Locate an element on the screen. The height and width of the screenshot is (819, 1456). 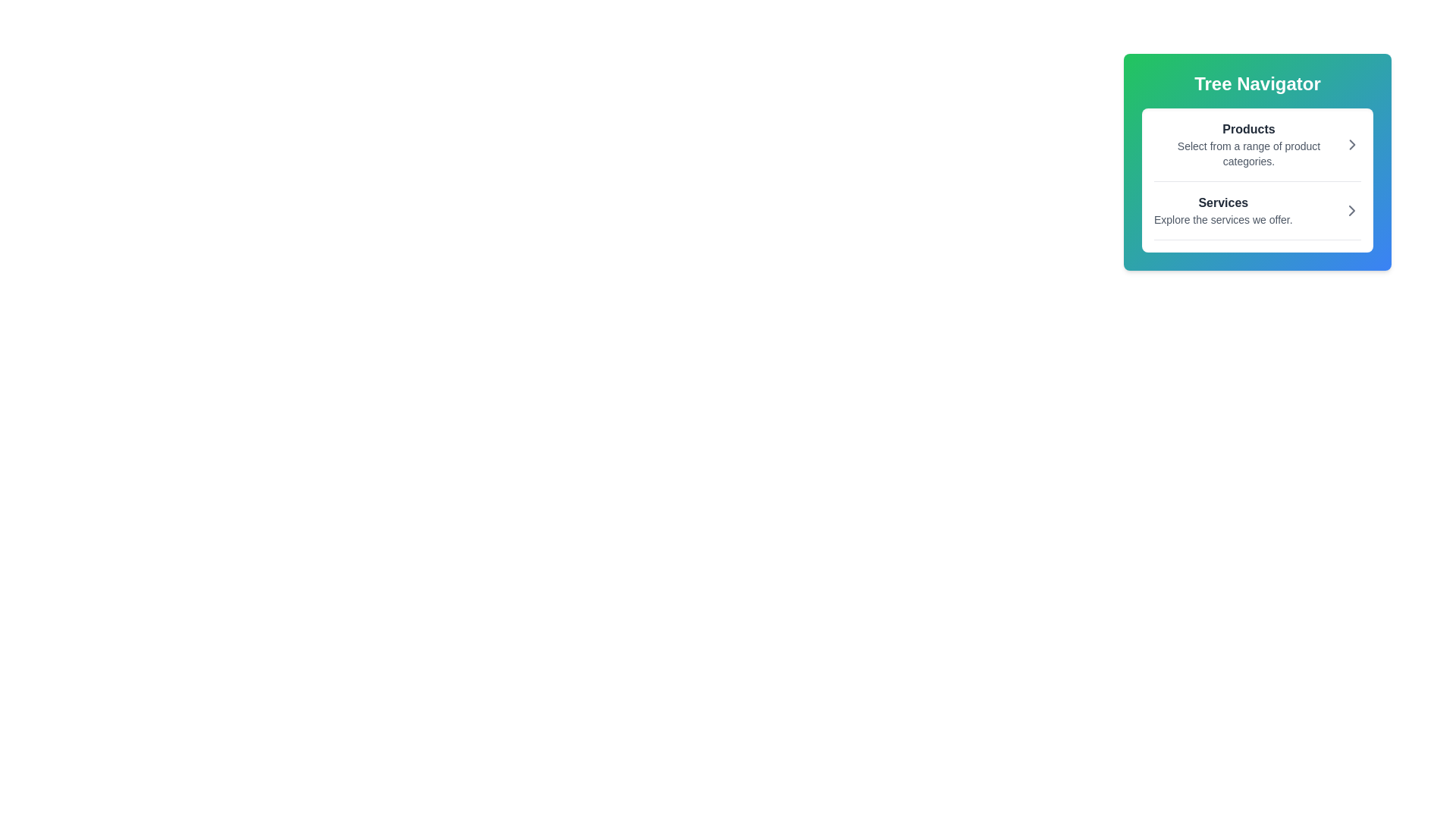
the static text element displaying 'Explore the services we offer.', which is located below the 'Services' text in the 'Tree Navigator' section is located at coordinates (1223, 219).